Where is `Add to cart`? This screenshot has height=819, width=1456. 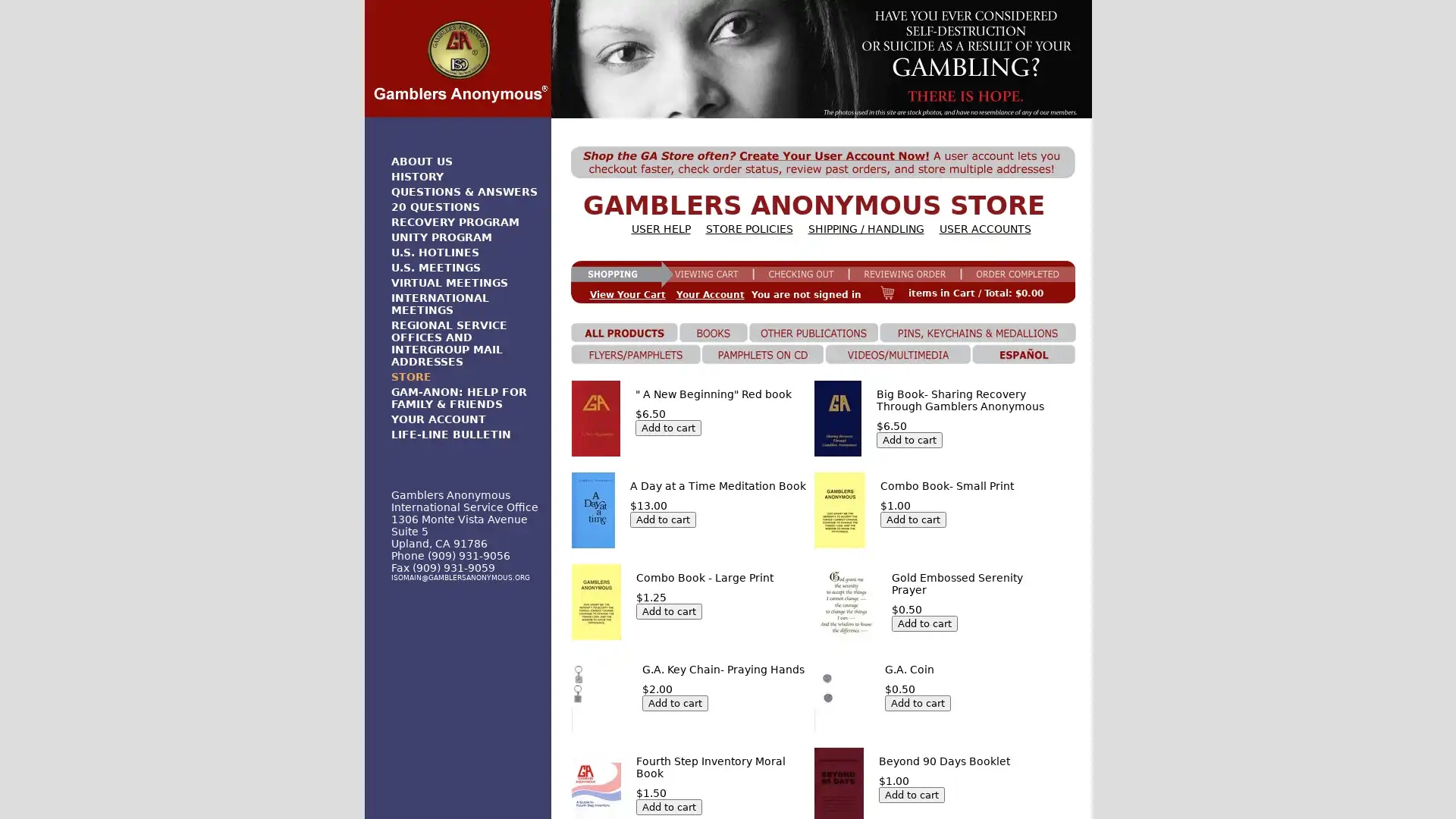
Add to cart is located at coordinates (662, 518).